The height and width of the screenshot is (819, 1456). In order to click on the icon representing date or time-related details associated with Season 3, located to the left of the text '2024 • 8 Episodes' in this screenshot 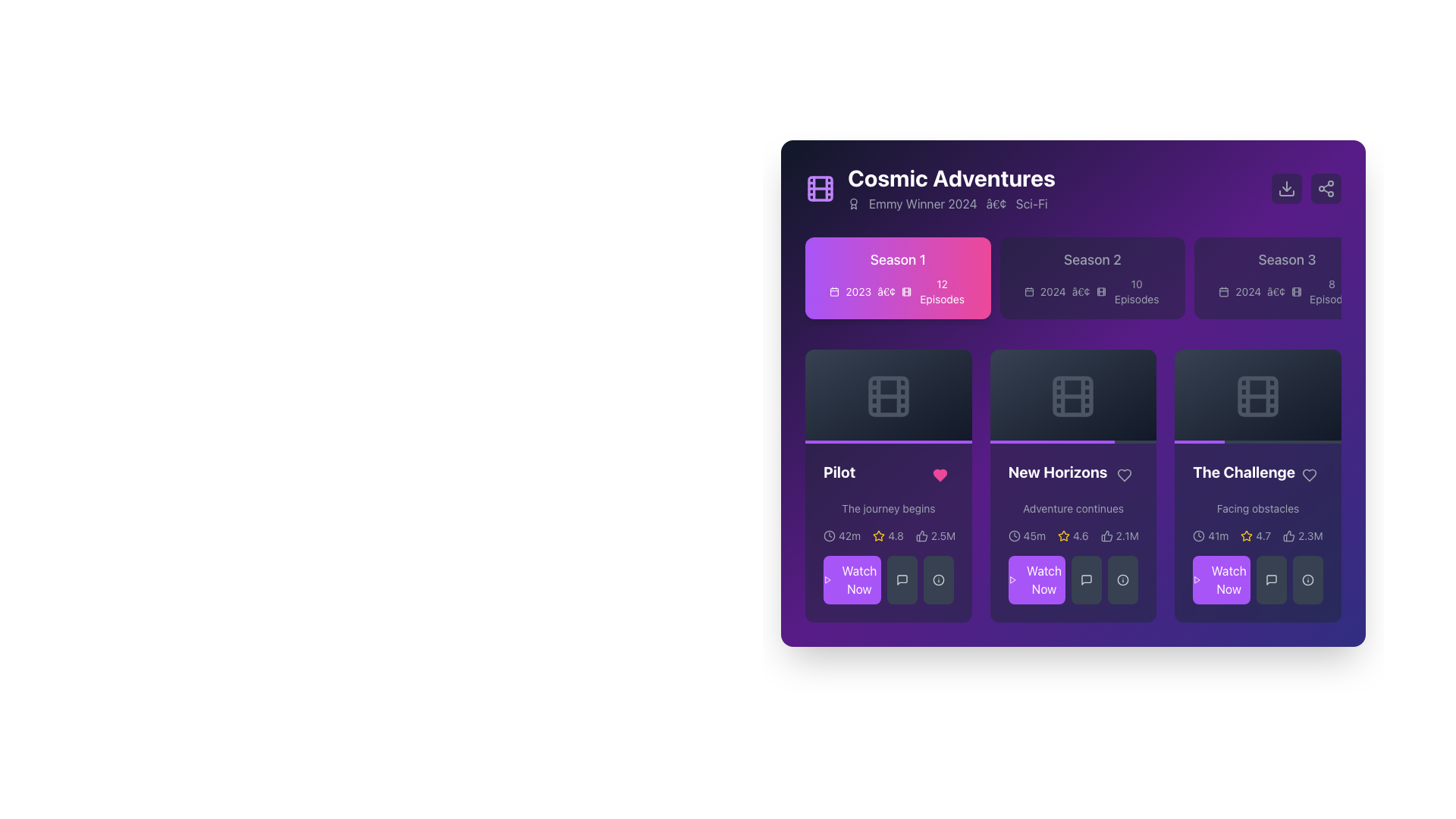, I will do `click(1224, 292)`.